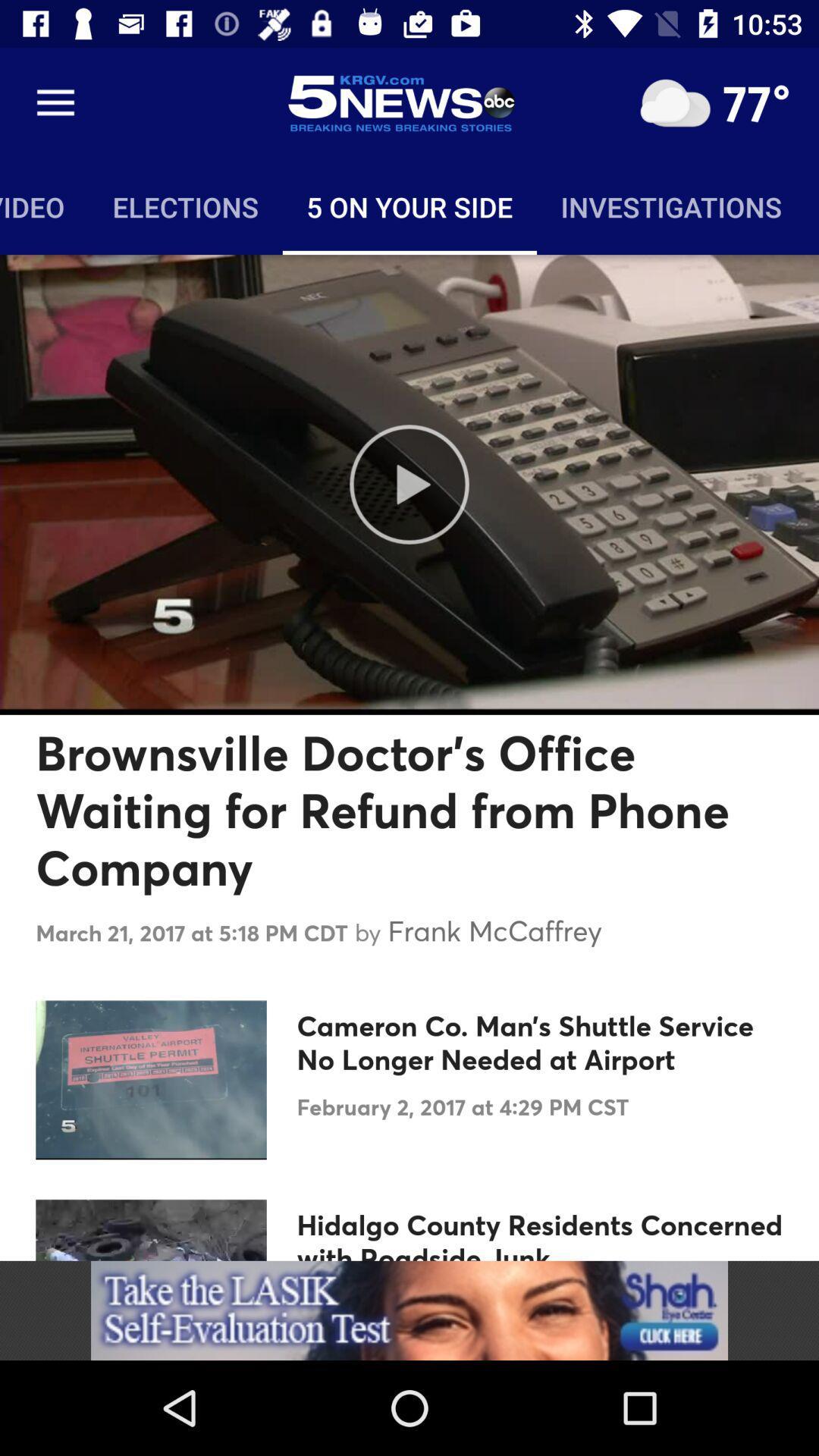  What do you see at coordinates (409, 1310) in the screenshot?
I see `banner advertisement` at bounding box center [409, 1310].